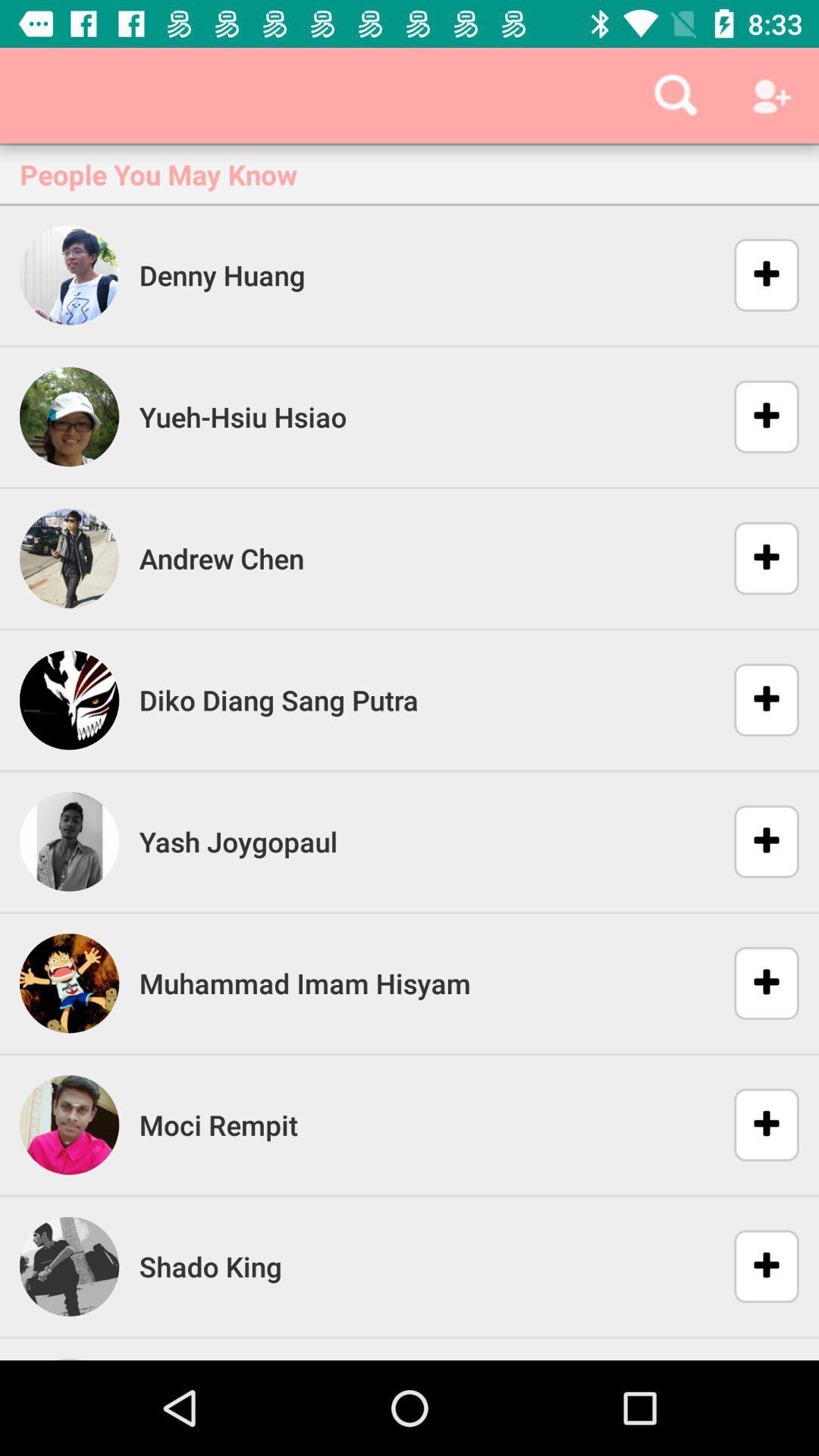 This screenshot has height=1456, width=819. What do you see at coordinates (757, 558) in the screenshot?
I see `icon on the right side of andrew chen` at bounding box center [757, 558].